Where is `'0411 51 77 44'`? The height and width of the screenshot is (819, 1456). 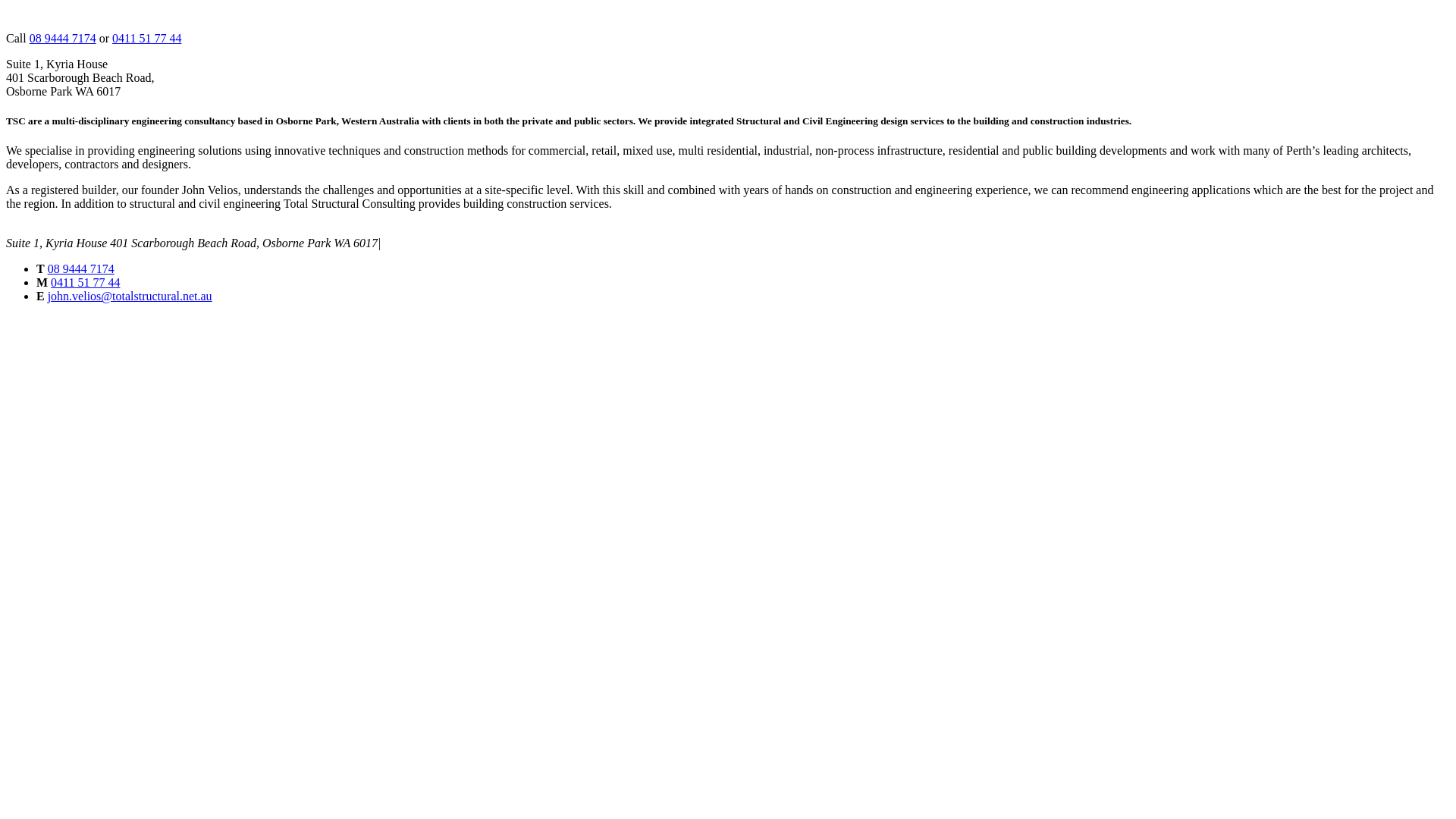 '0411 51 77 44' is located at coordinates (111, 37).